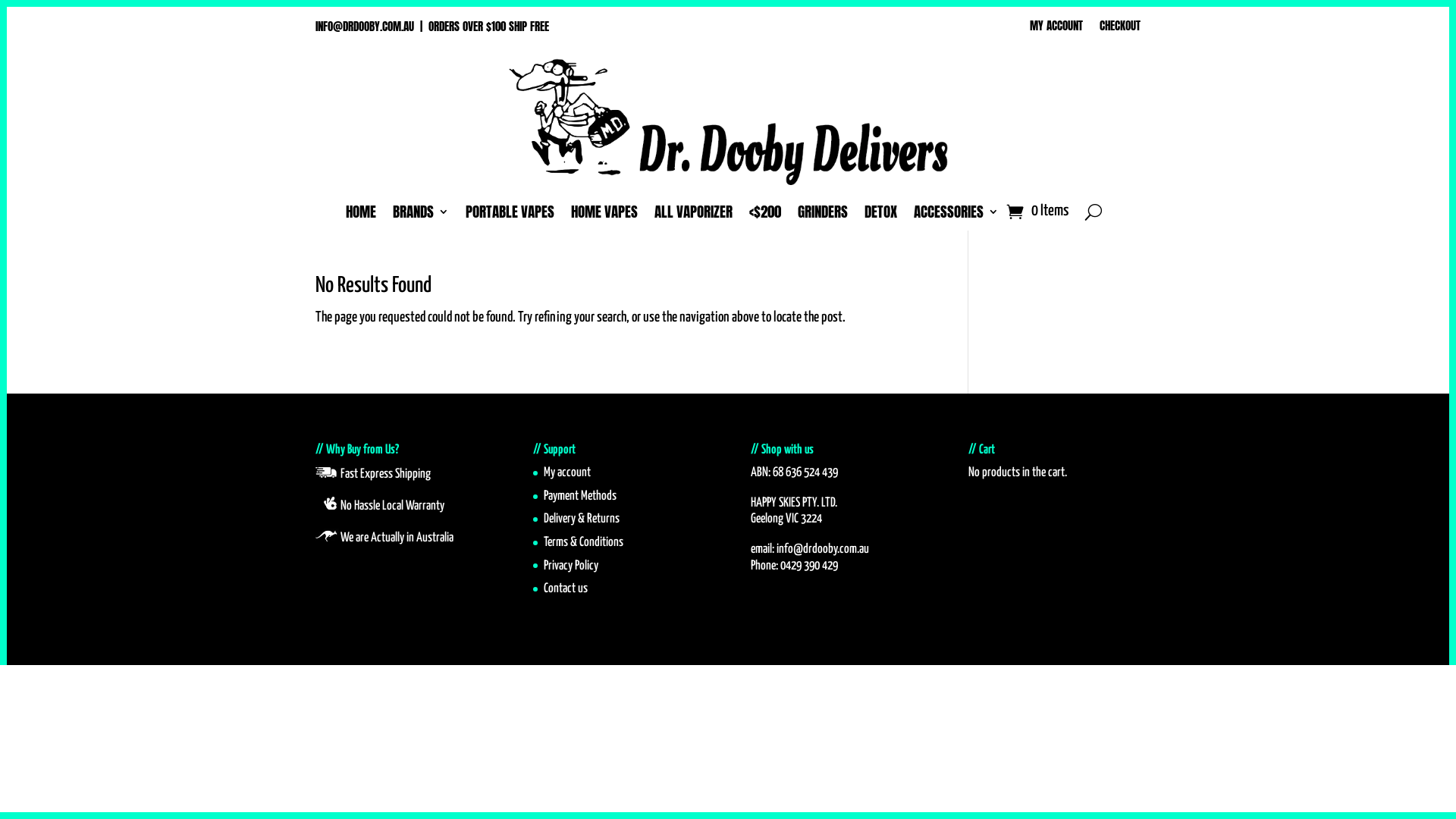 The width and height of the screenshot is (1456, 819). Describe the element at coordinates (1120, 29) in the screenshot. I see `'CHECKOUT'` at that location.